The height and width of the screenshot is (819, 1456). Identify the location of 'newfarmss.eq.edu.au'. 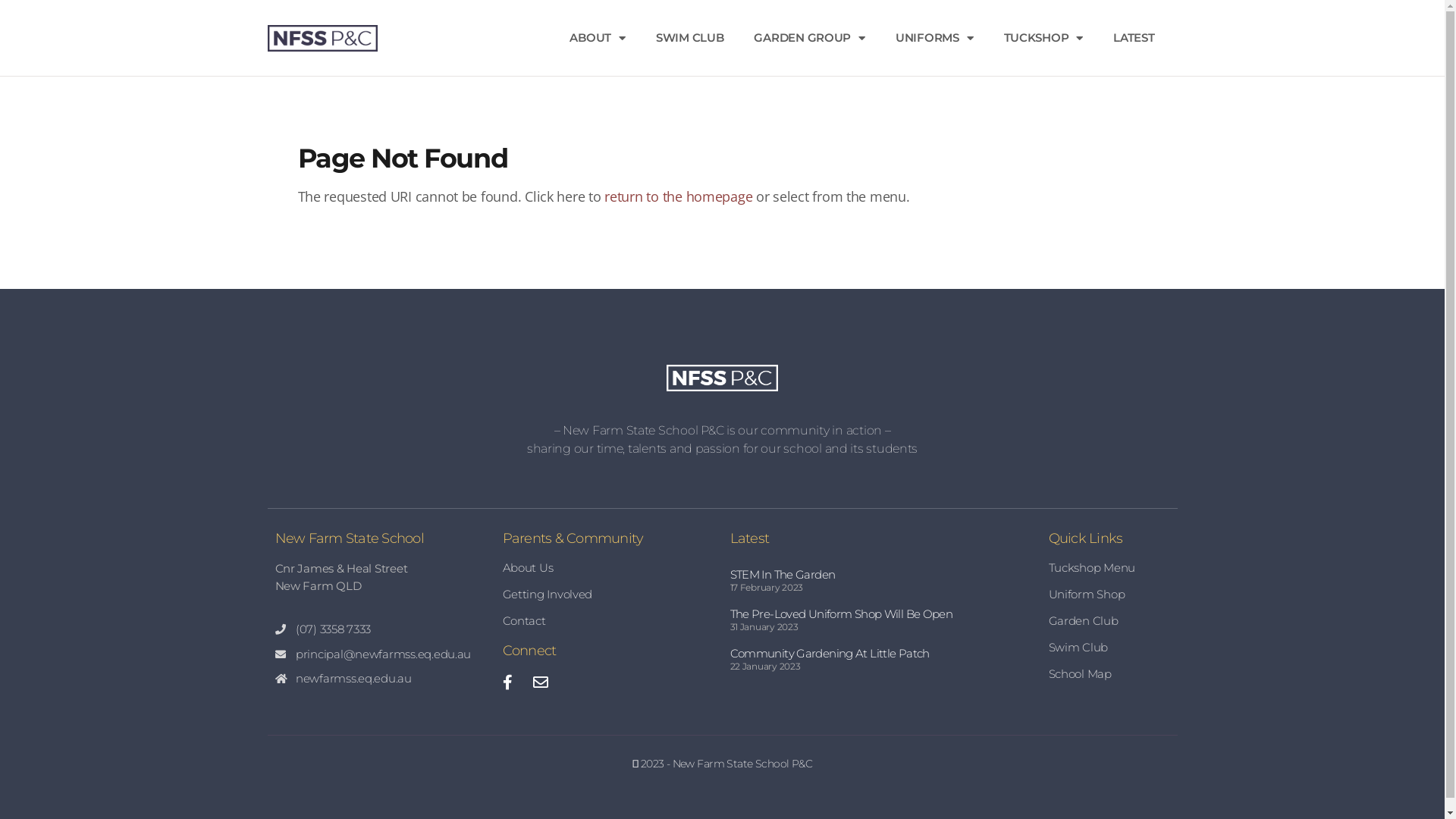
(381, 678).